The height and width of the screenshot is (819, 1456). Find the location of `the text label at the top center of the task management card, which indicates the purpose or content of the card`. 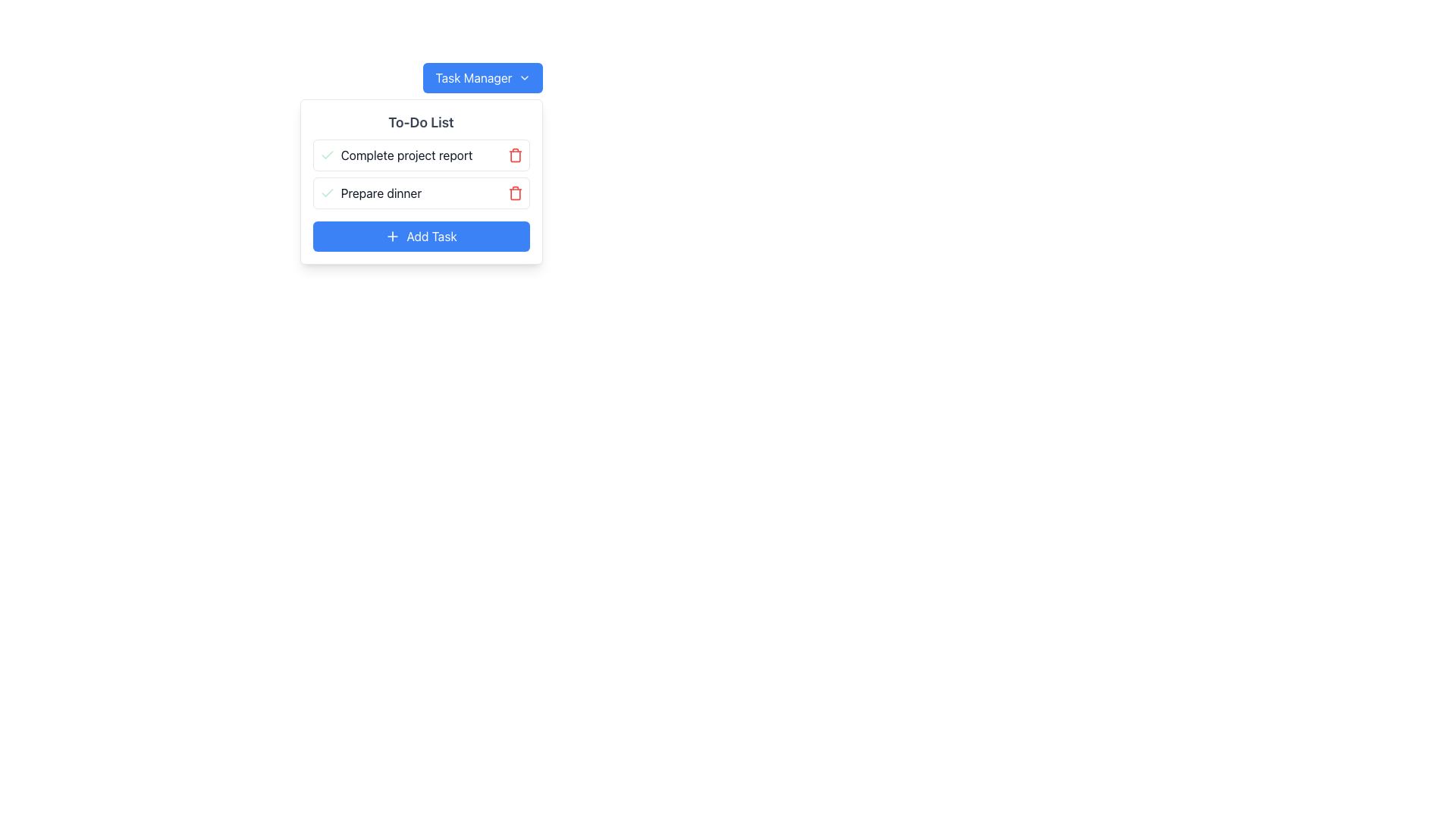

the text label at the top center of the task management card, which indicates the purpose or content of the card is located at coordinates (421, 122).